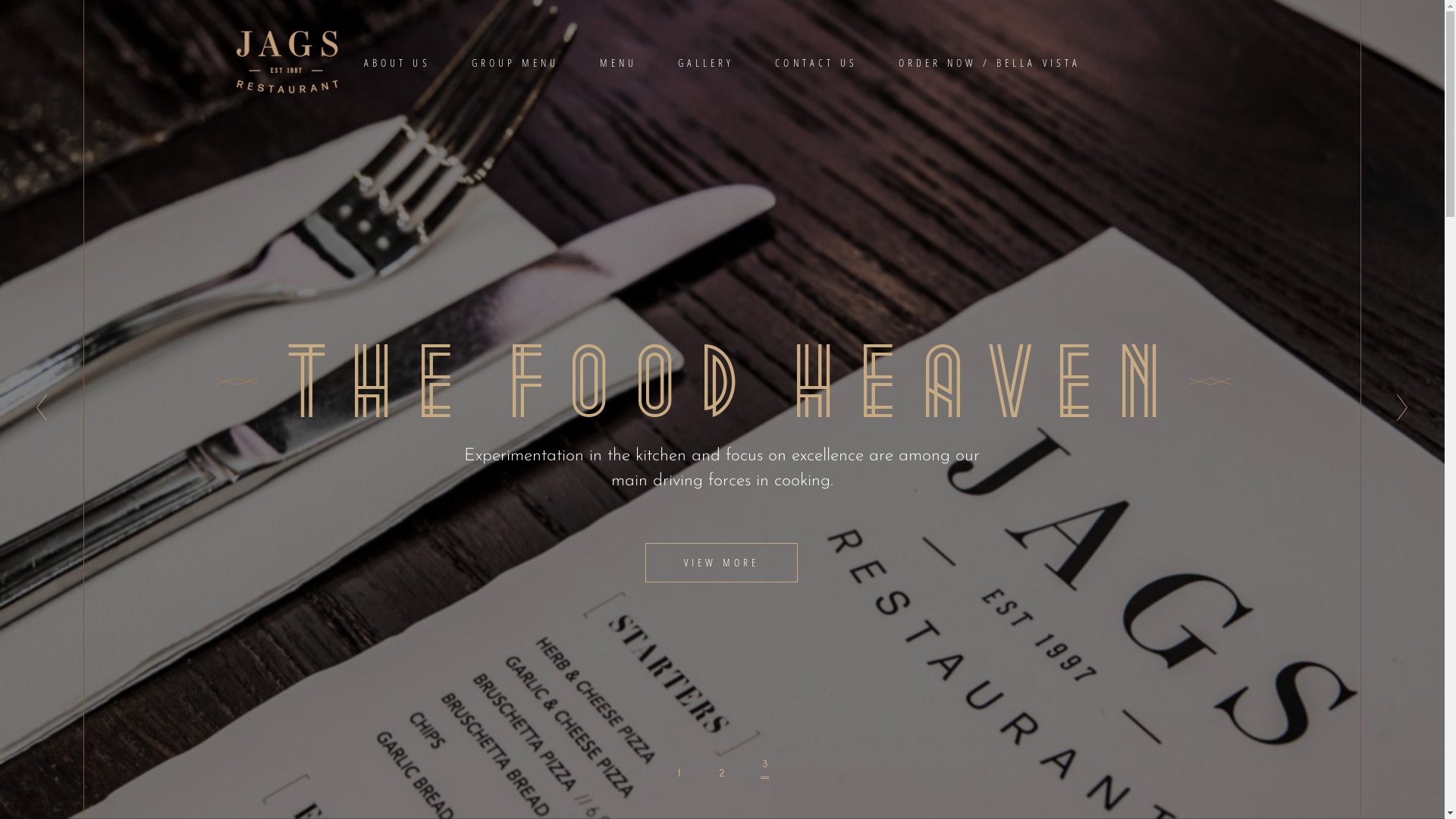 The height and width of the screenshot is (819, 1456). I want to click on 'CONTACT US', so click(814, 61).